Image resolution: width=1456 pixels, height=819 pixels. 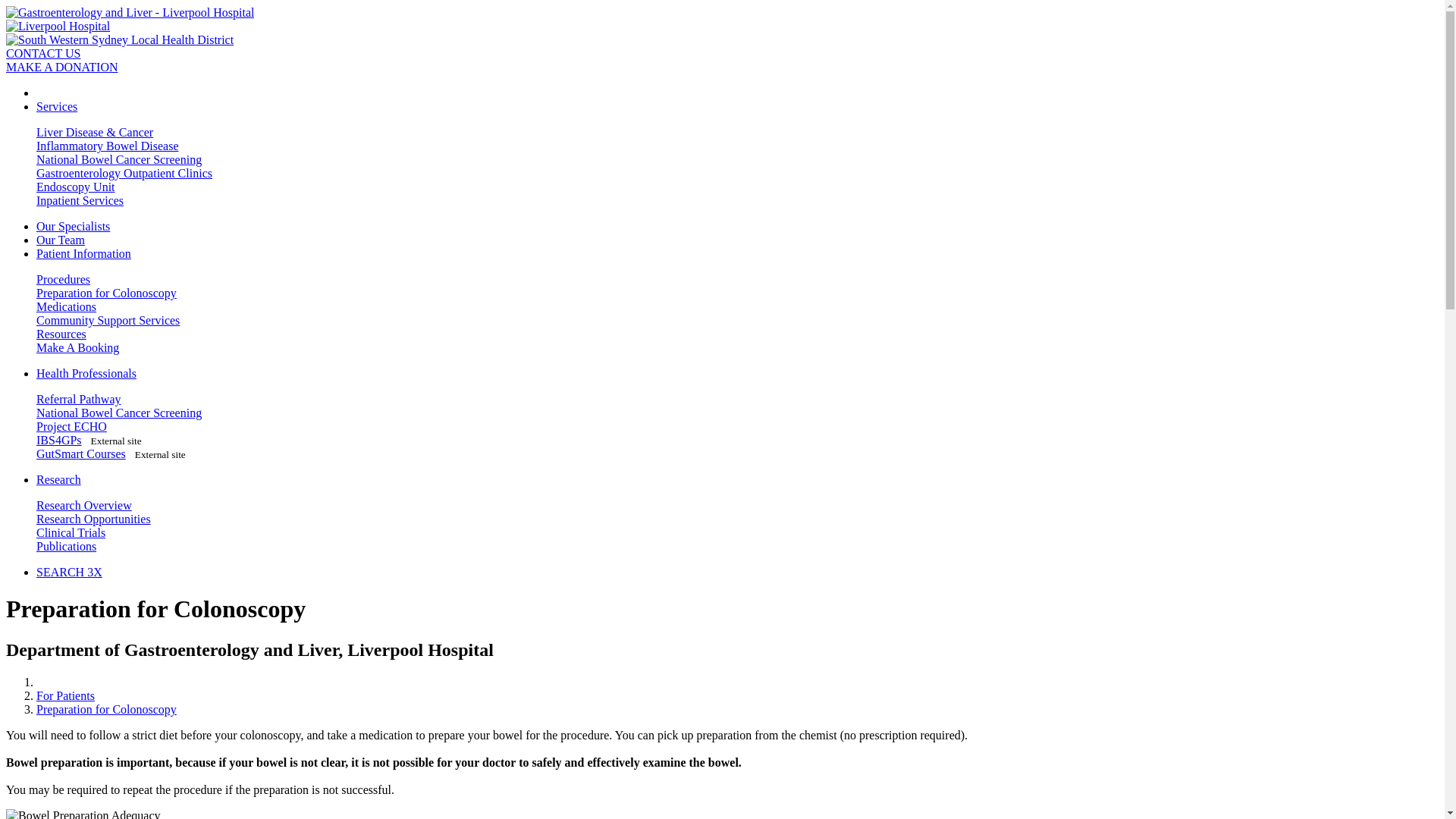 I want to click on 'IBS4GPs', so click(x=36, y=440).